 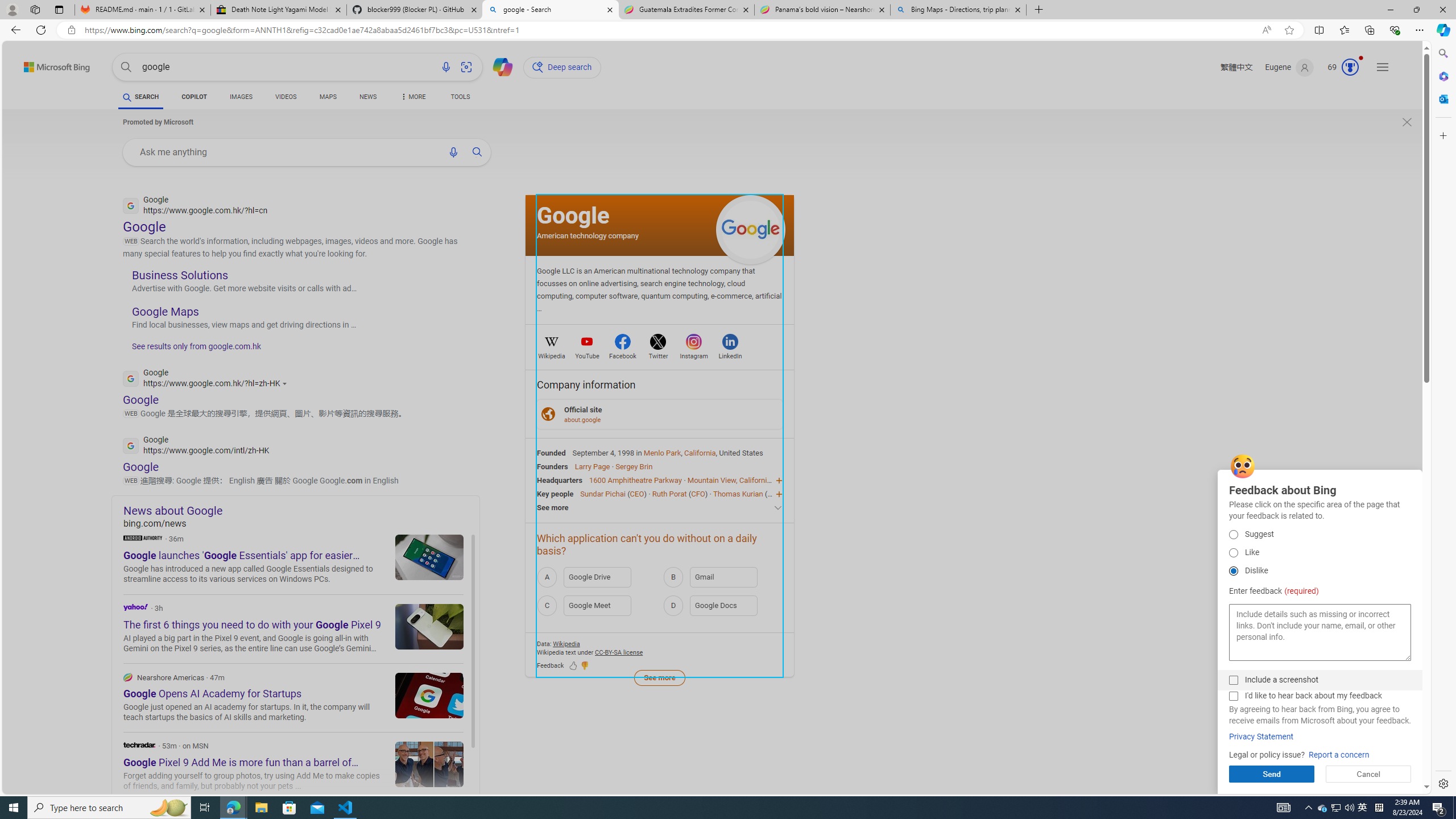 What do you see at coordinates (1233, 696) in the screenshot?
I see `'I'` at bounding box center [1233, 696].